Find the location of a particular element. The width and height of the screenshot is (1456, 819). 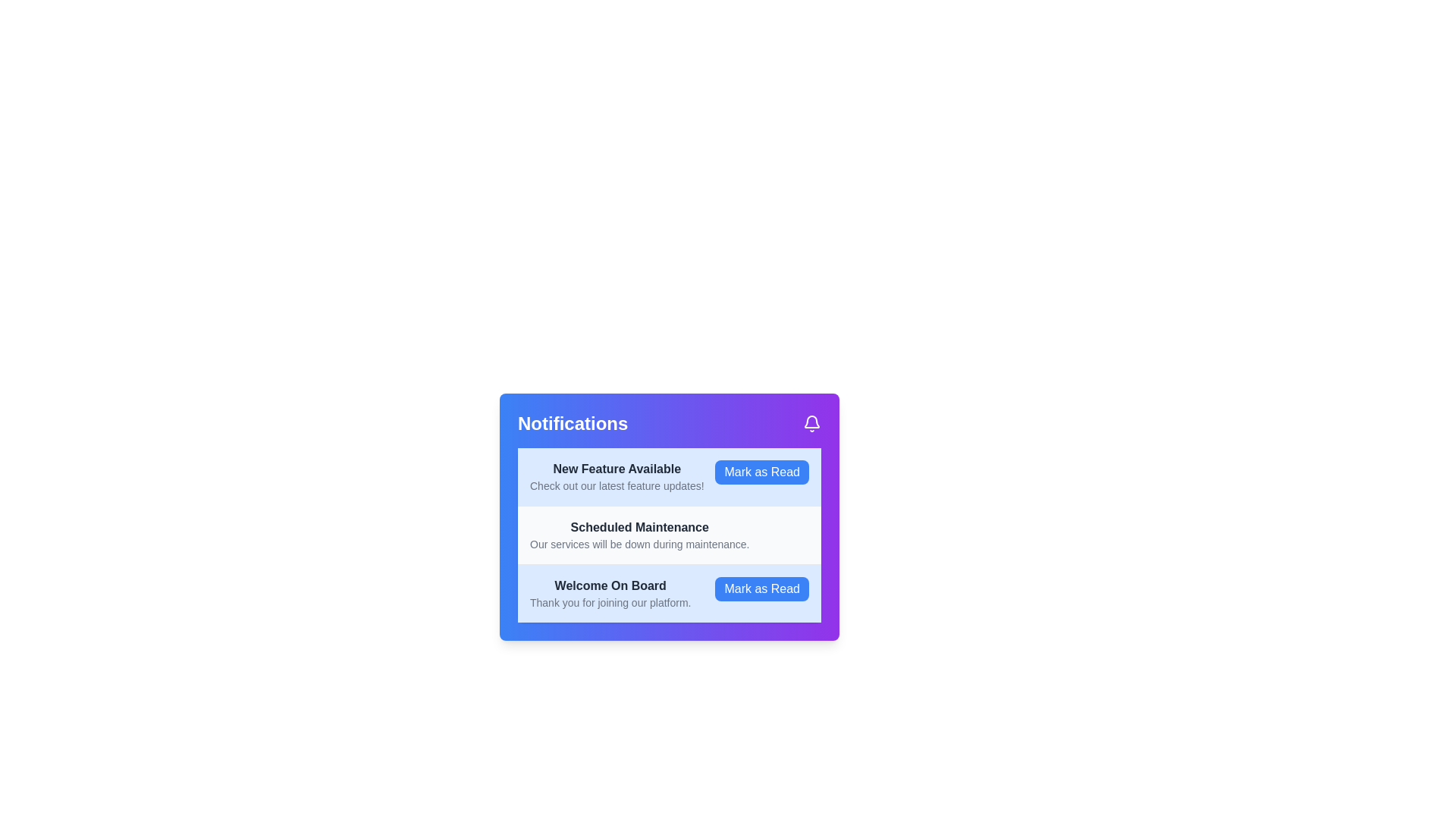

the thank you note text element located directly below the 'Welcome On Board' heading in the bottom-left section of the notification card is located at coordinates (610, 601).